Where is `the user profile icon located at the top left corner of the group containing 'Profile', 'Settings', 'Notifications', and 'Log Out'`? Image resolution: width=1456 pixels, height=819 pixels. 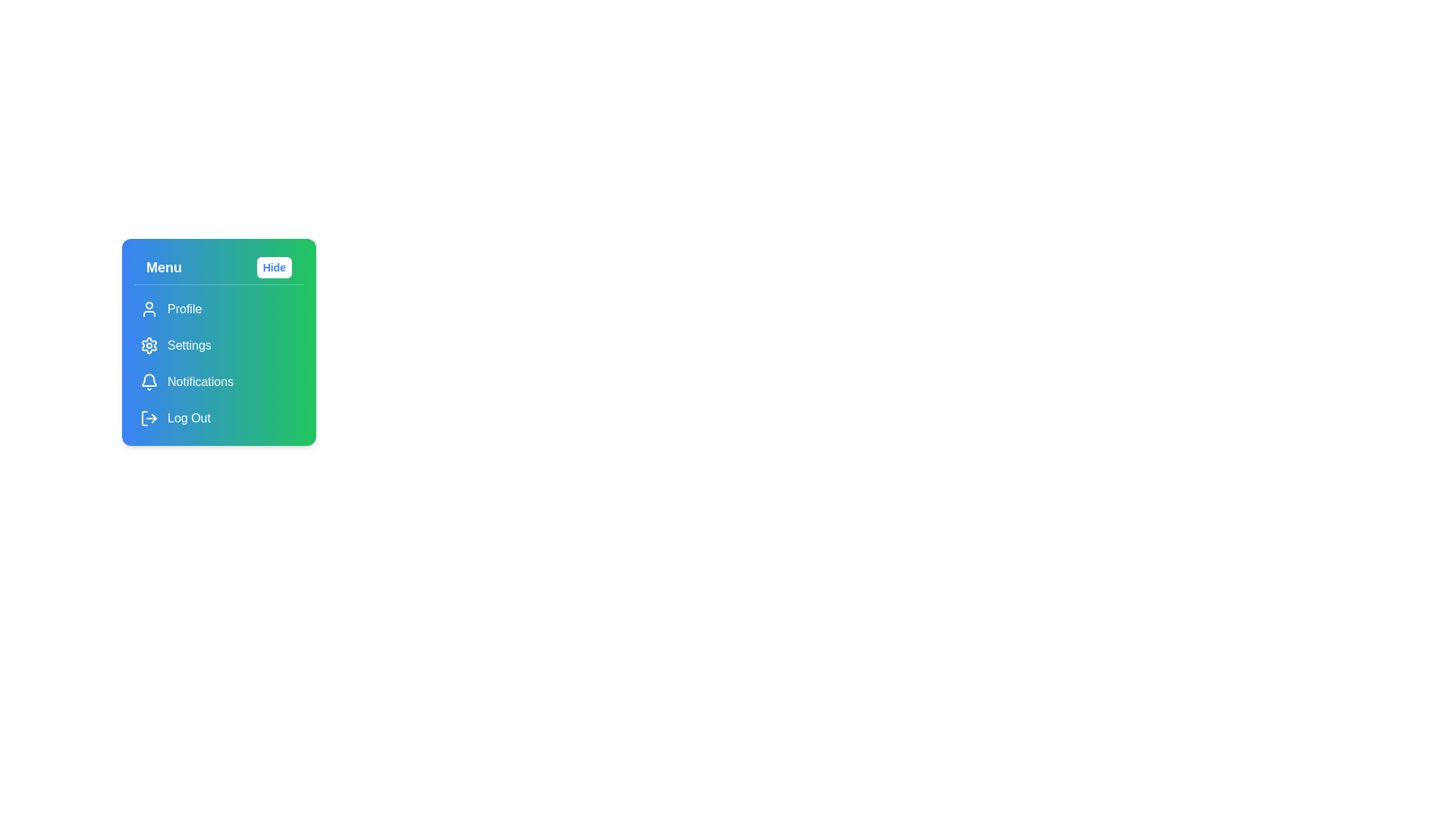
the user profile icon located at the top left corner of the group containing 'Profile', 'Settings', 'Notifications', and 'Log Out' is located at coordinates (149, 309).